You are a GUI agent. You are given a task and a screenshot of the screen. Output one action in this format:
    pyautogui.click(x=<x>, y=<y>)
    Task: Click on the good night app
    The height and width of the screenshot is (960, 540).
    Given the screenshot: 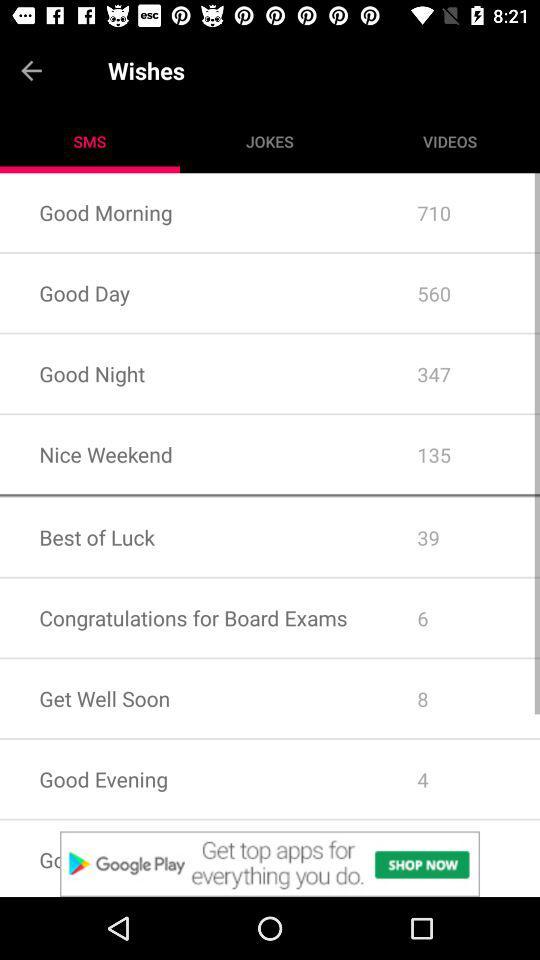 What is the action you would take?
    pyautogui.click(x=189, y=372)
    